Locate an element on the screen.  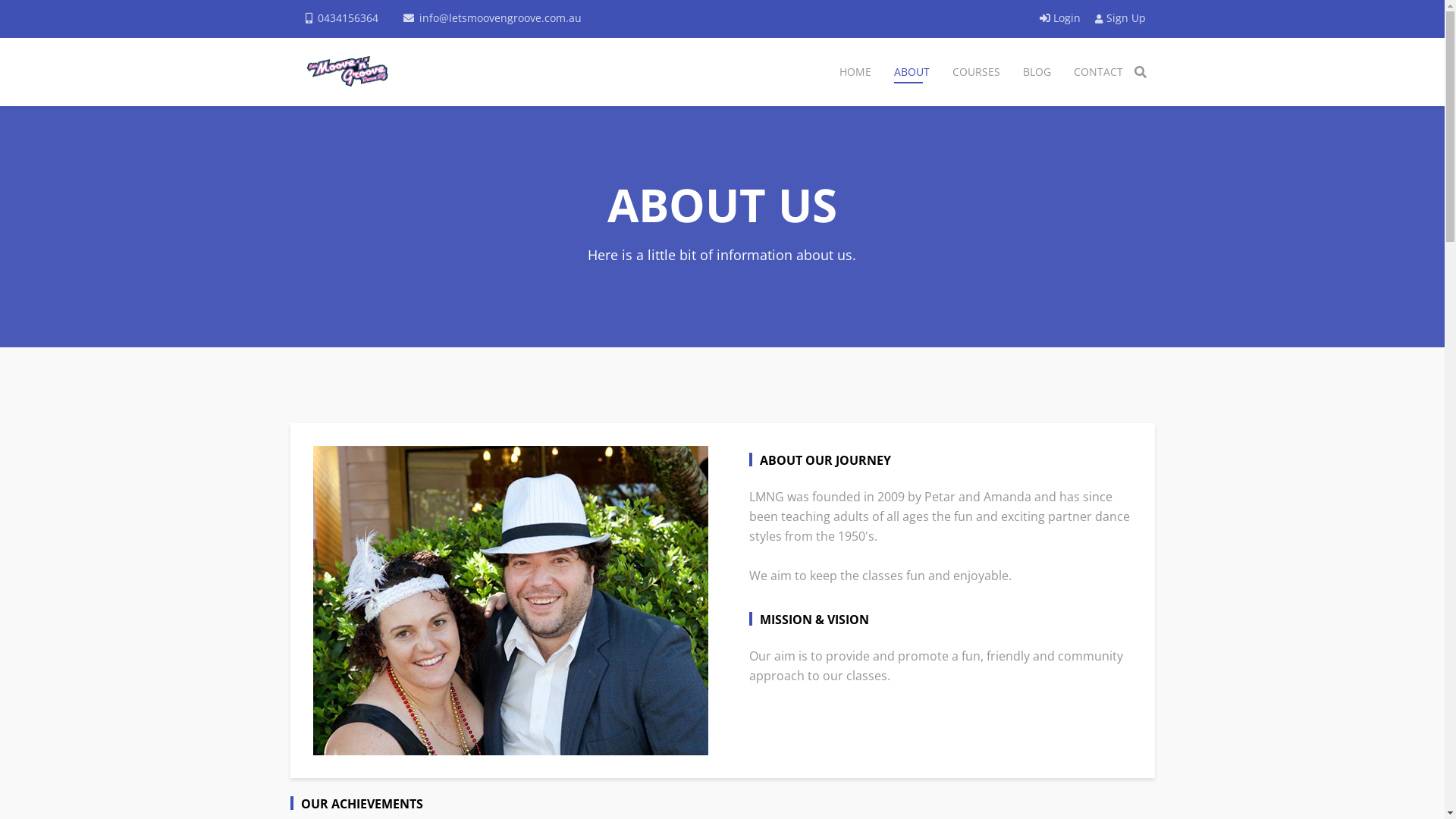
'COURSES' is located at coordinates (975, 72).